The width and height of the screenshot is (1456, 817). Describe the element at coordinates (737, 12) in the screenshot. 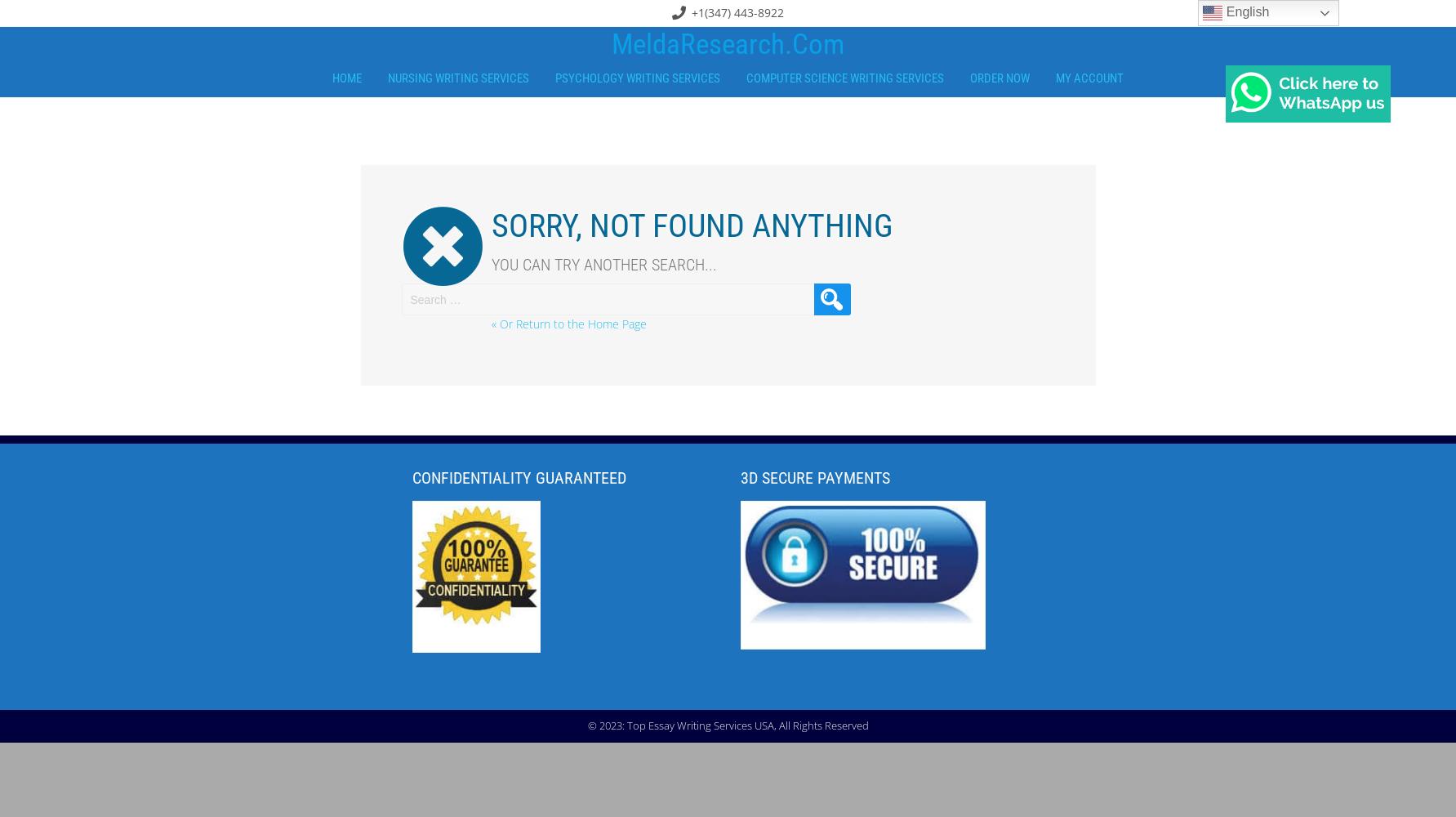

I see `'+1(347) 443-8922'` at that location.